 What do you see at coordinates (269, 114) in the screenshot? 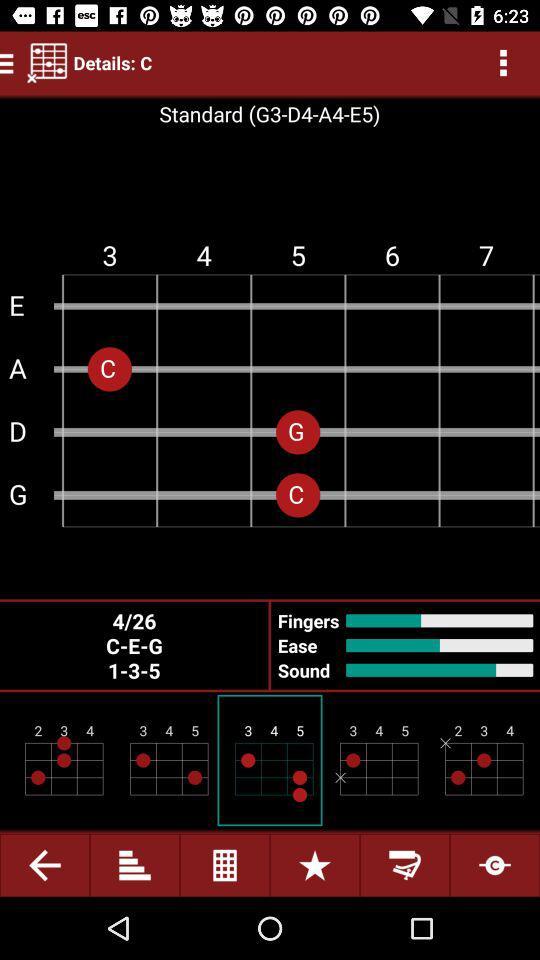
I see `text standardg3d4a4e5` at bounding box center [269, 114].